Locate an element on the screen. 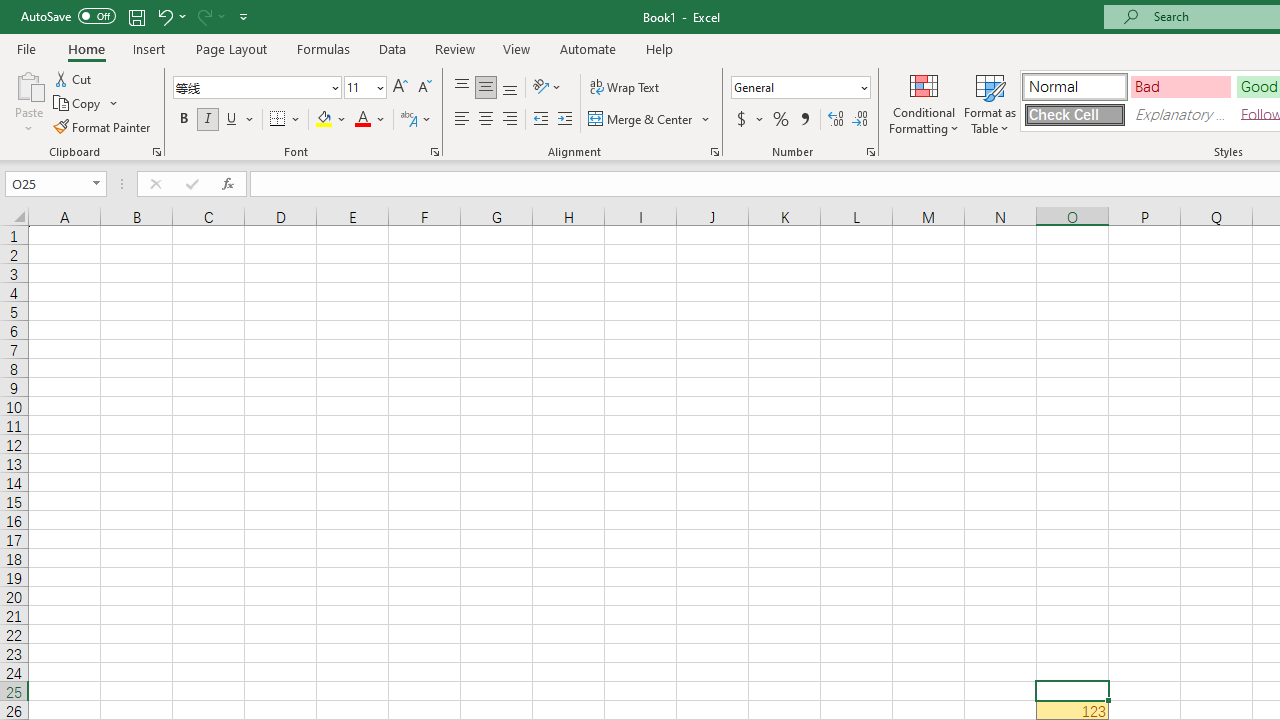 Image resolution: width=1280 pixels, height=720 pixels. 'Check Cell' is located at coordinates (1073, 114).